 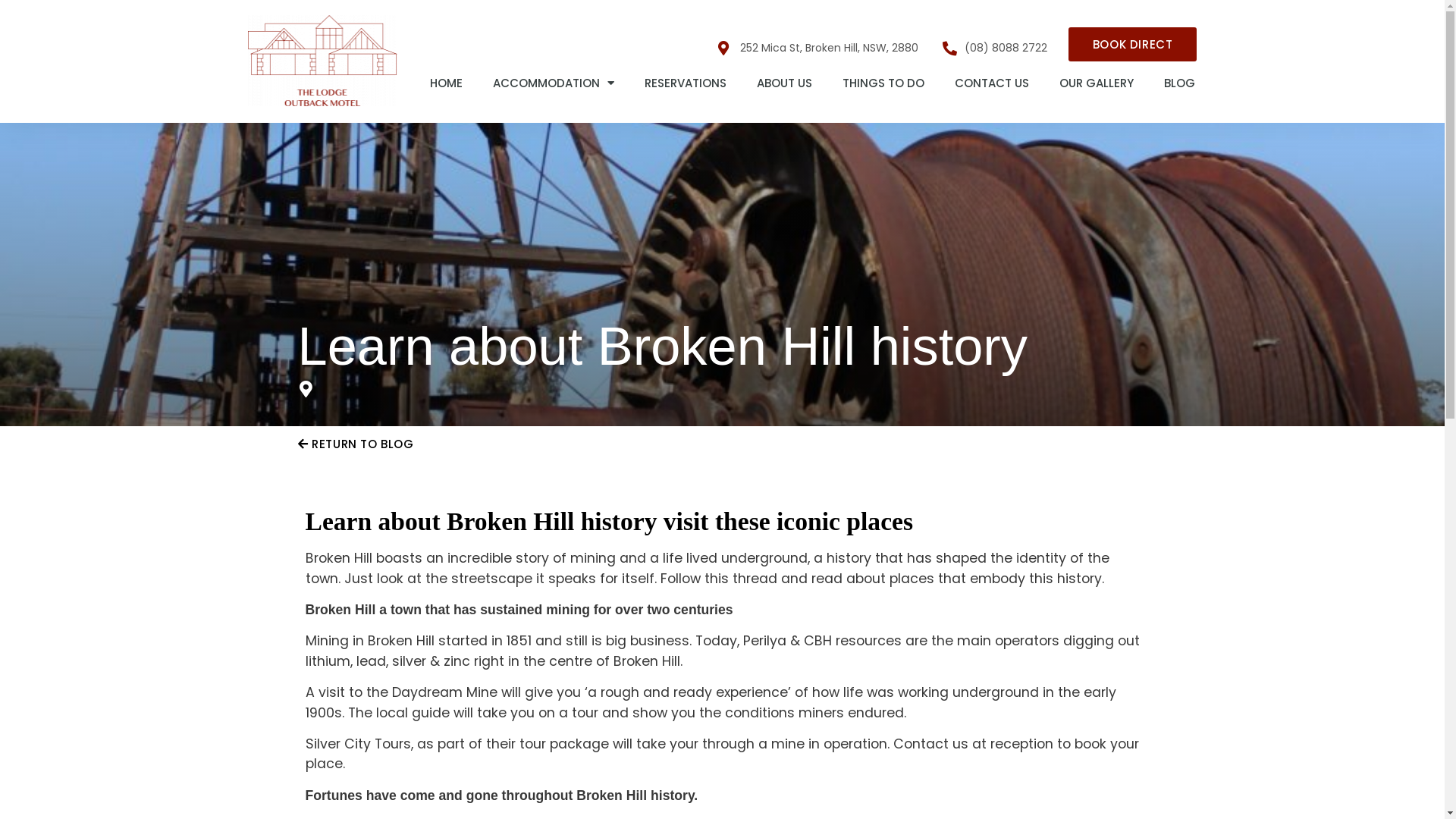 I want to click on 'RETURN TO BLOG', so click(x=354, y=444).